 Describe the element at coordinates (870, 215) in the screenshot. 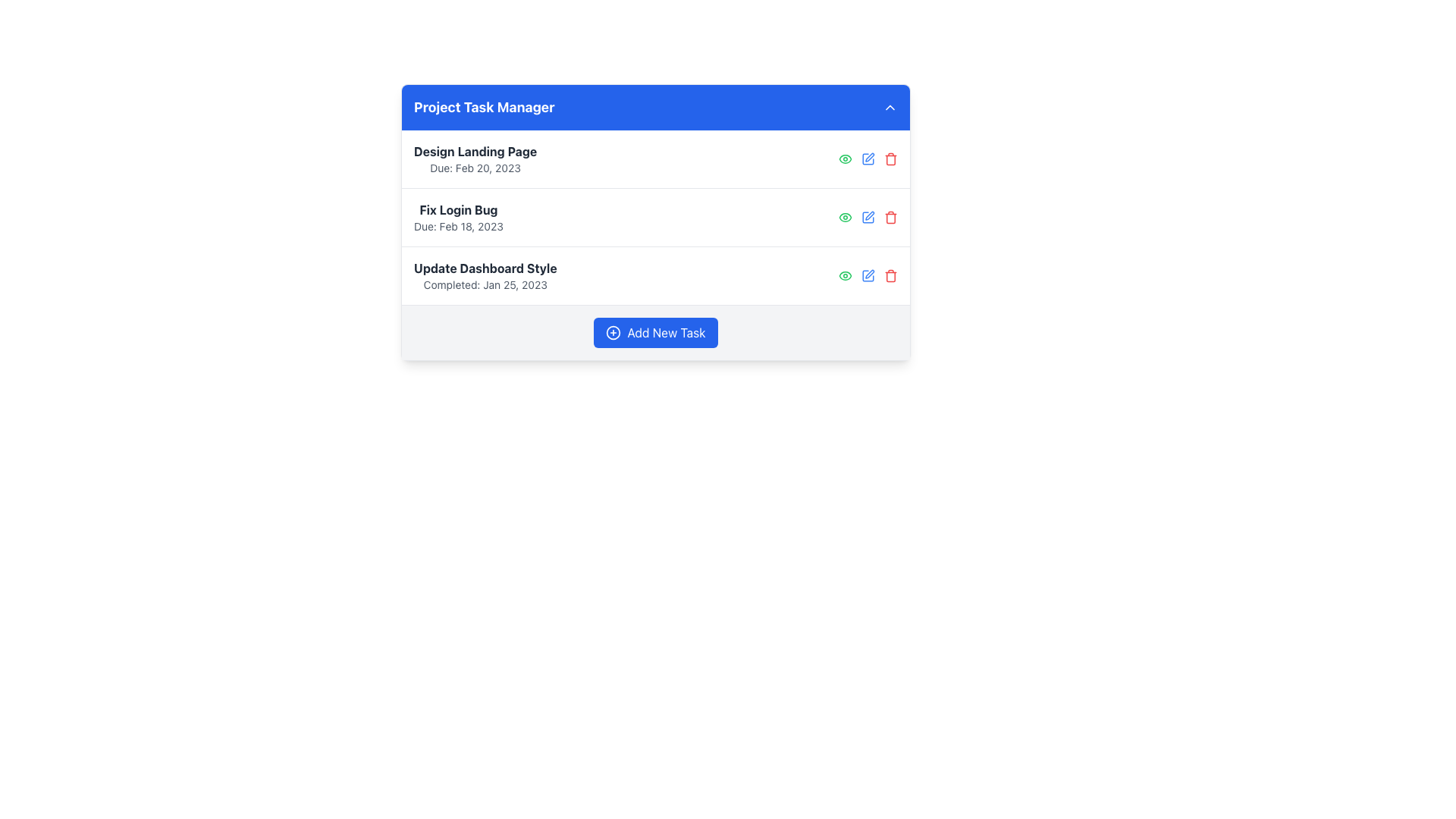

I see `the Icon (Edit) located as the second from the right among the action icons of the second task in the vertical task list to initiate editing` at that location.